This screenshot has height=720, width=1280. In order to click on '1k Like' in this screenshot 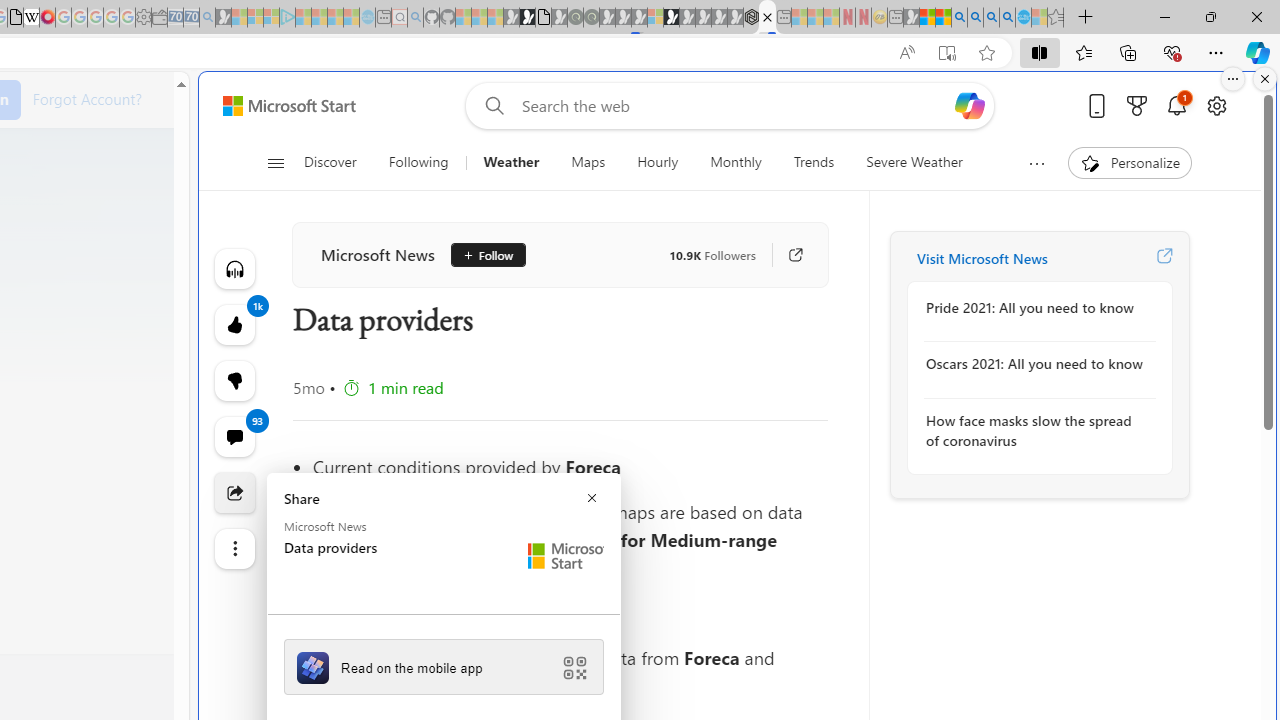, I will do `click(234, 324)`.